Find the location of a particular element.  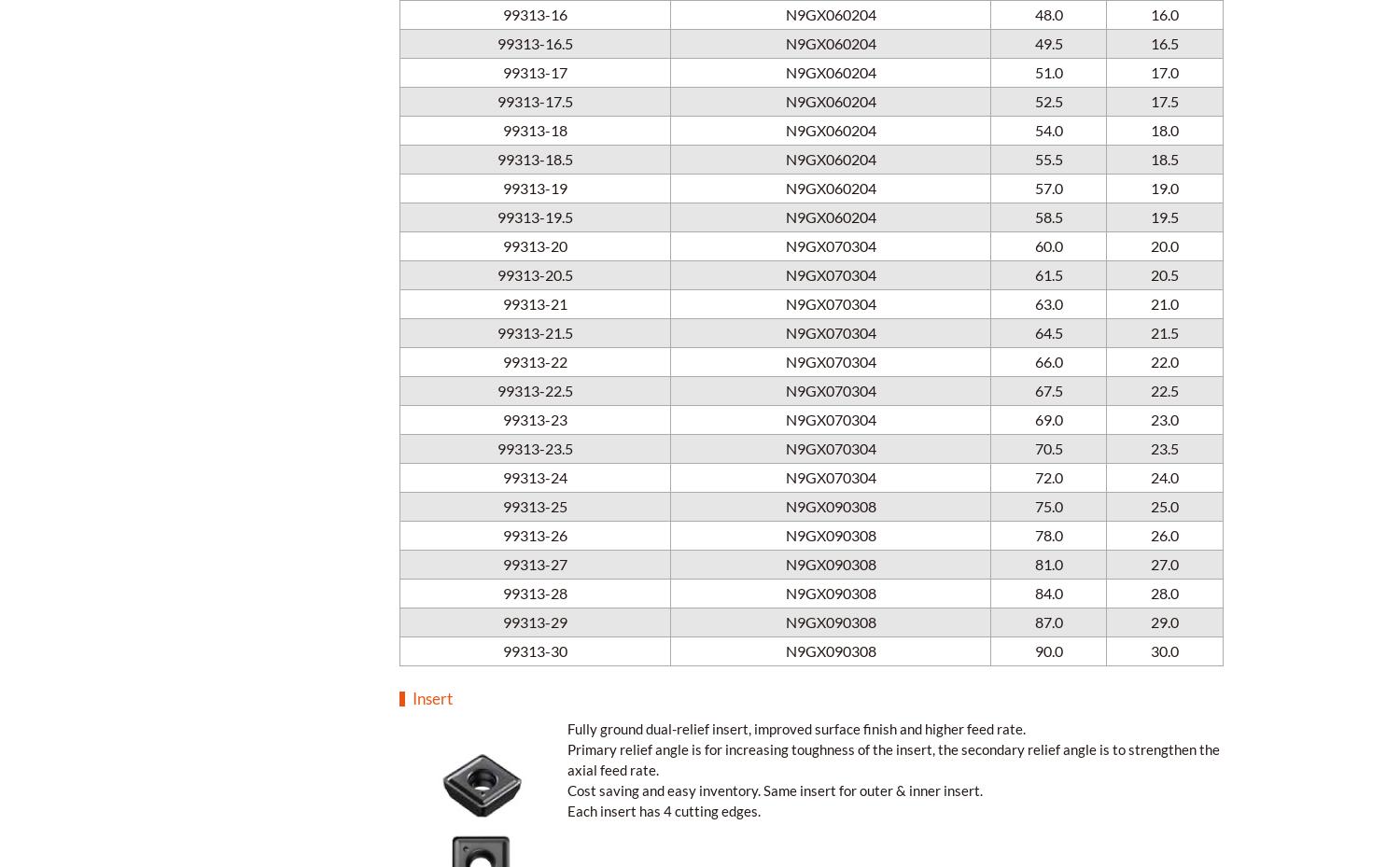

'26.0' is located at coordinates (1164, 533).